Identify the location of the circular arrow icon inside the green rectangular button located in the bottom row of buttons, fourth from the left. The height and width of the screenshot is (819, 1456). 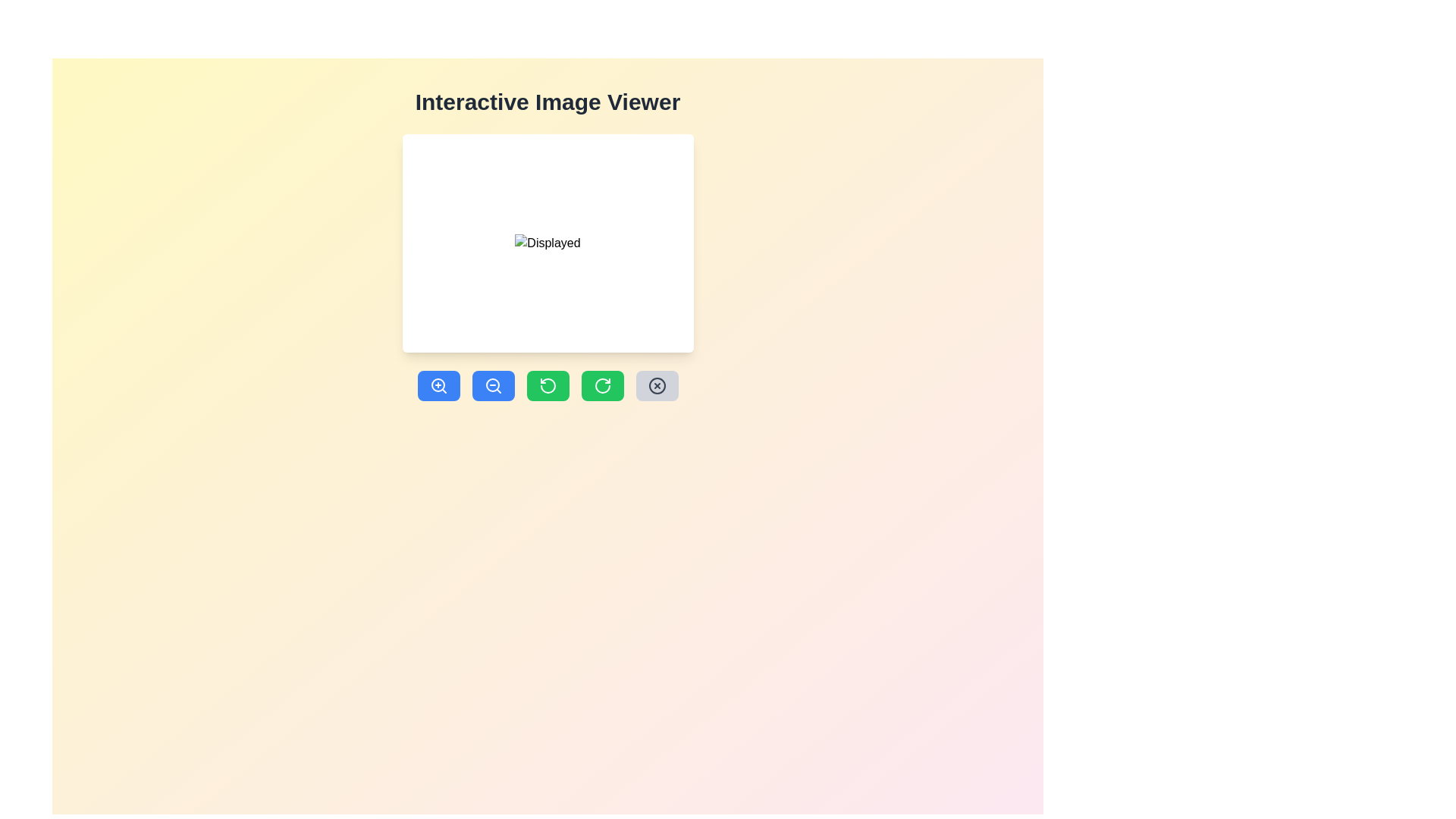
(601, 385).